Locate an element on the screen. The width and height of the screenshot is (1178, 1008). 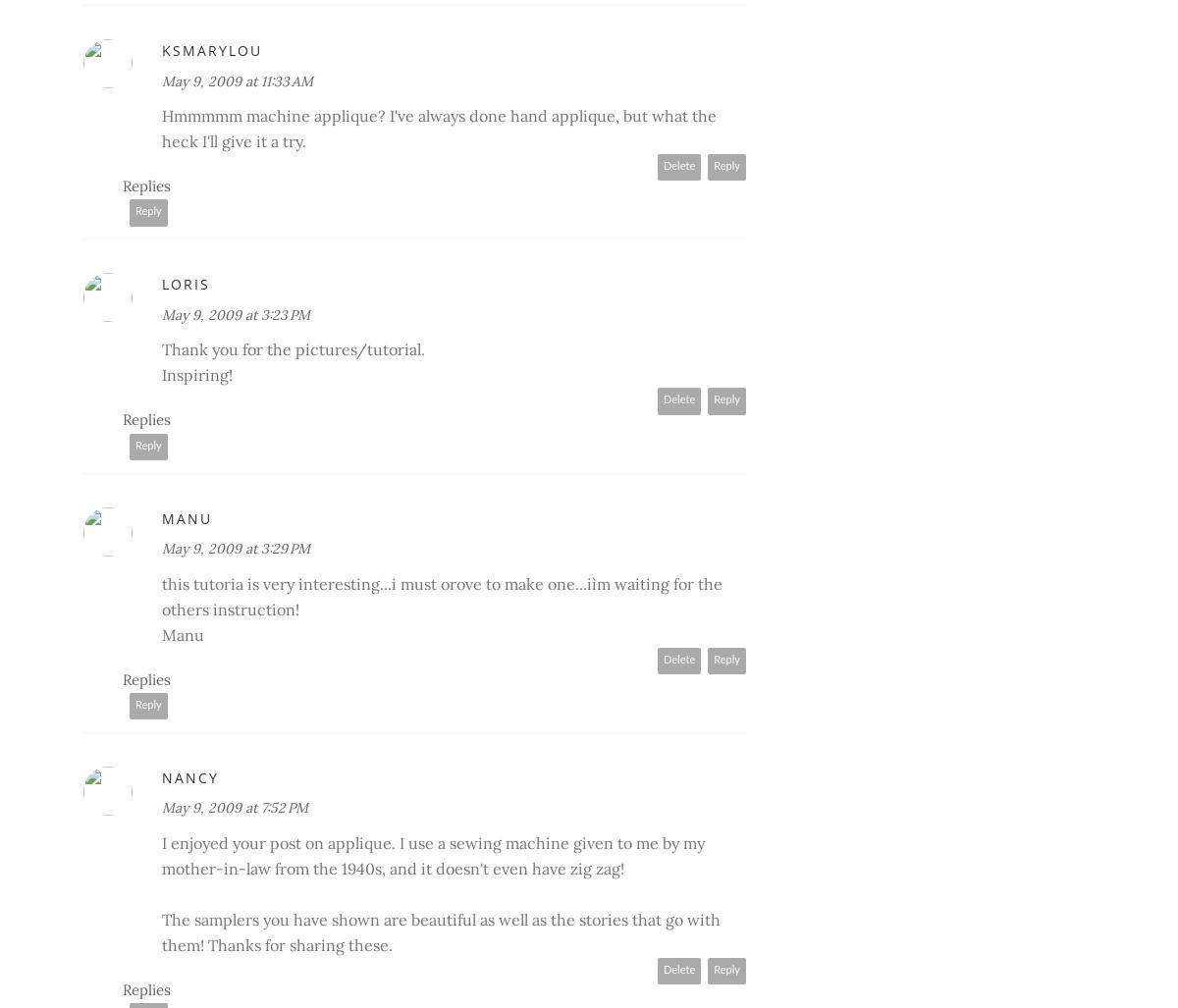
'Hmmmmm machine applique?  I've always done hand applique, but what the heck I'll give it a try.' is located at coordinates (439, 129).